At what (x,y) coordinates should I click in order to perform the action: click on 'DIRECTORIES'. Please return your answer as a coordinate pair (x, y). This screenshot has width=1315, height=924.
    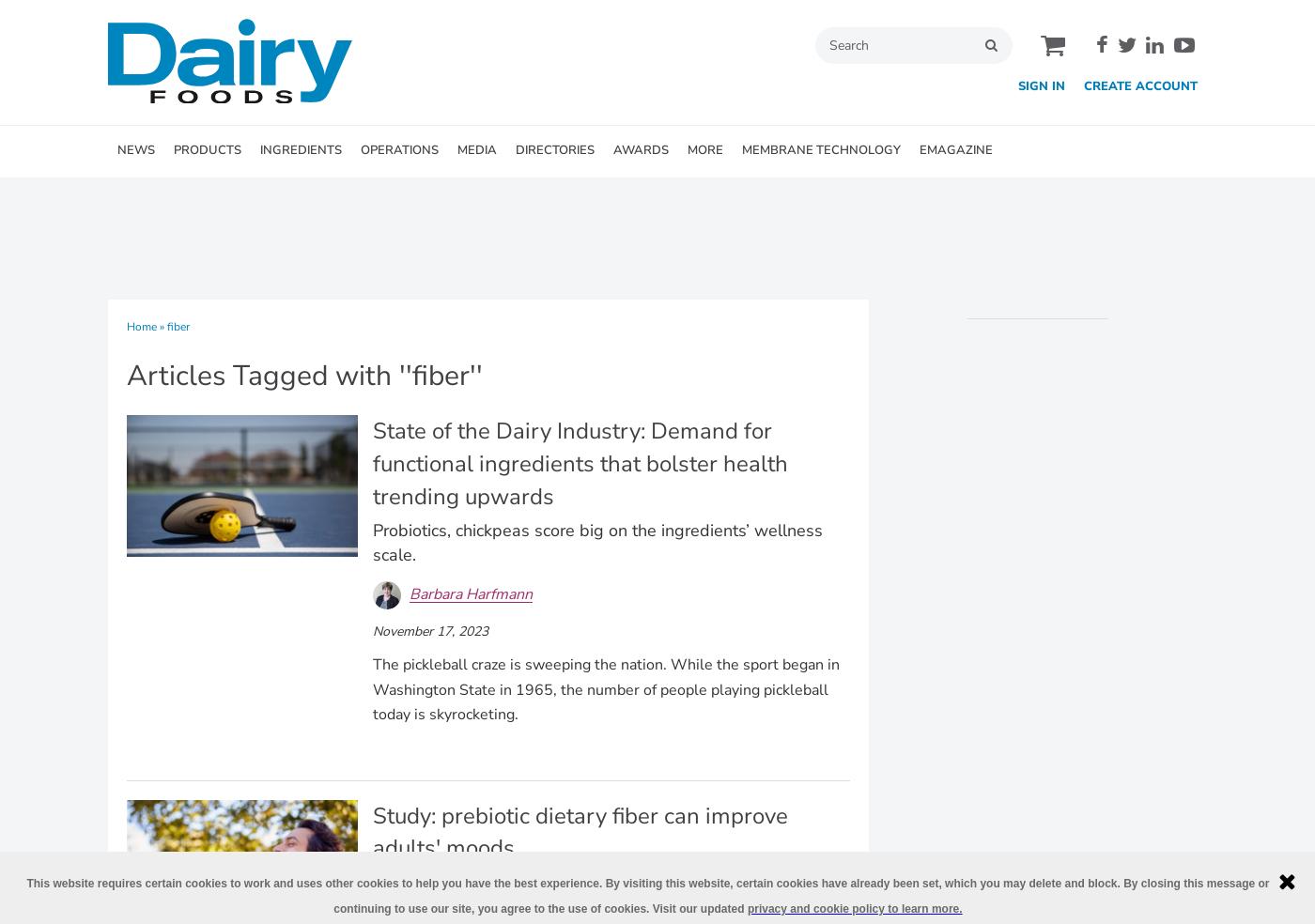
    Looking at the image, I should click on (554, 149).